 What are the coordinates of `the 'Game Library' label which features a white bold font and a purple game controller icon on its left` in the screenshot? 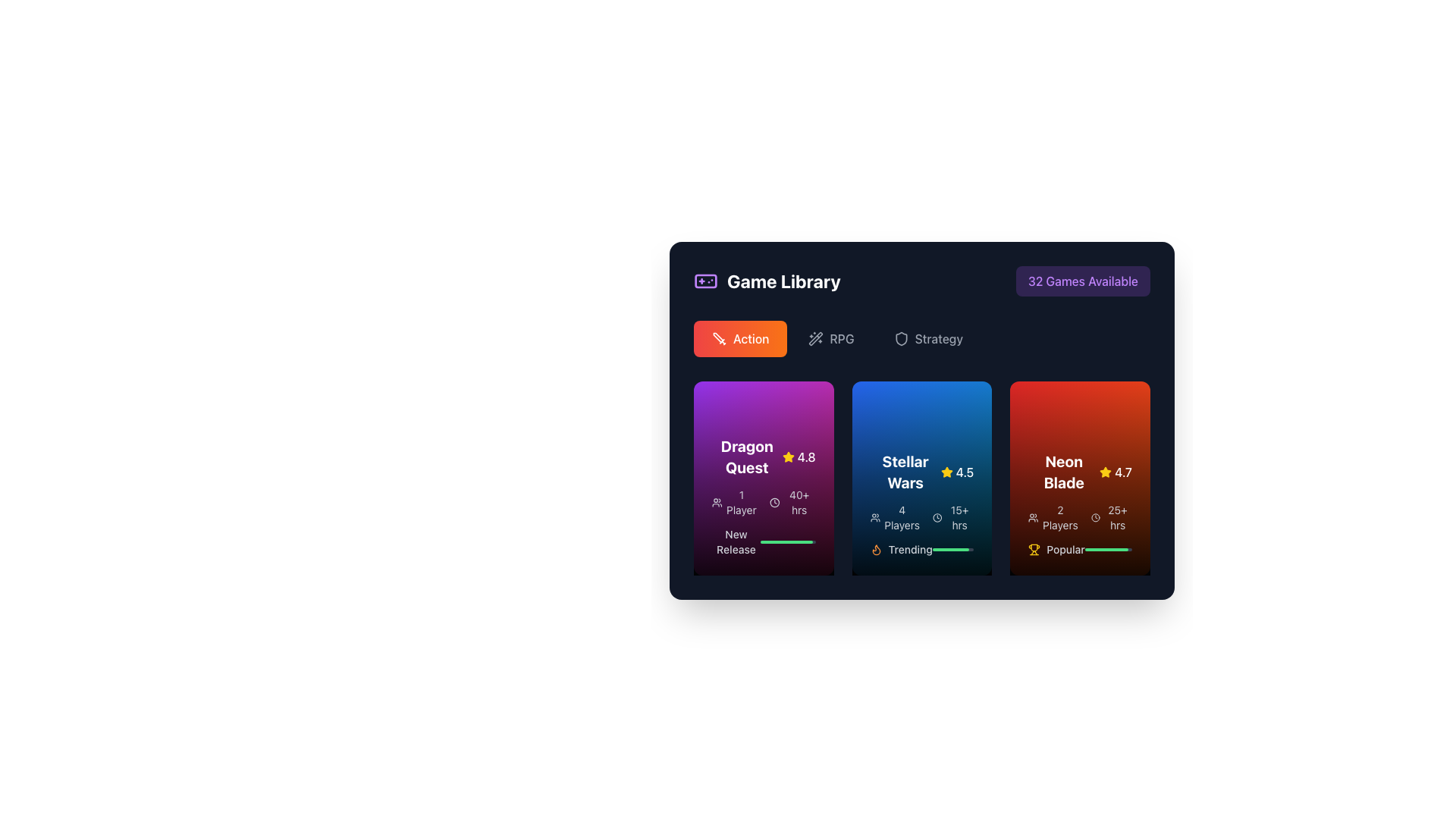 It's located at (767, 281).